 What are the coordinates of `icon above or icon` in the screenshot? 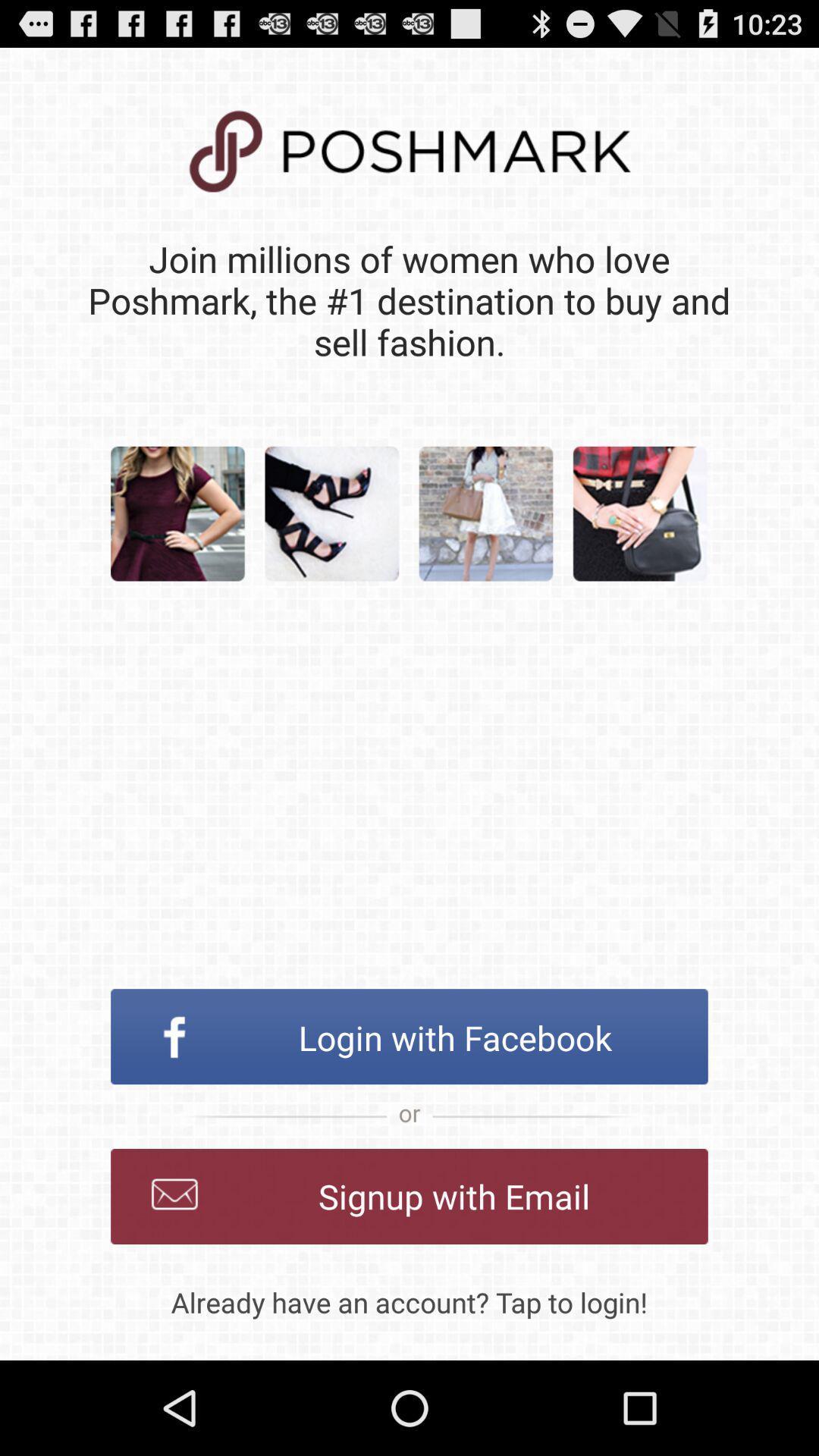 It's located at (409, 1036).